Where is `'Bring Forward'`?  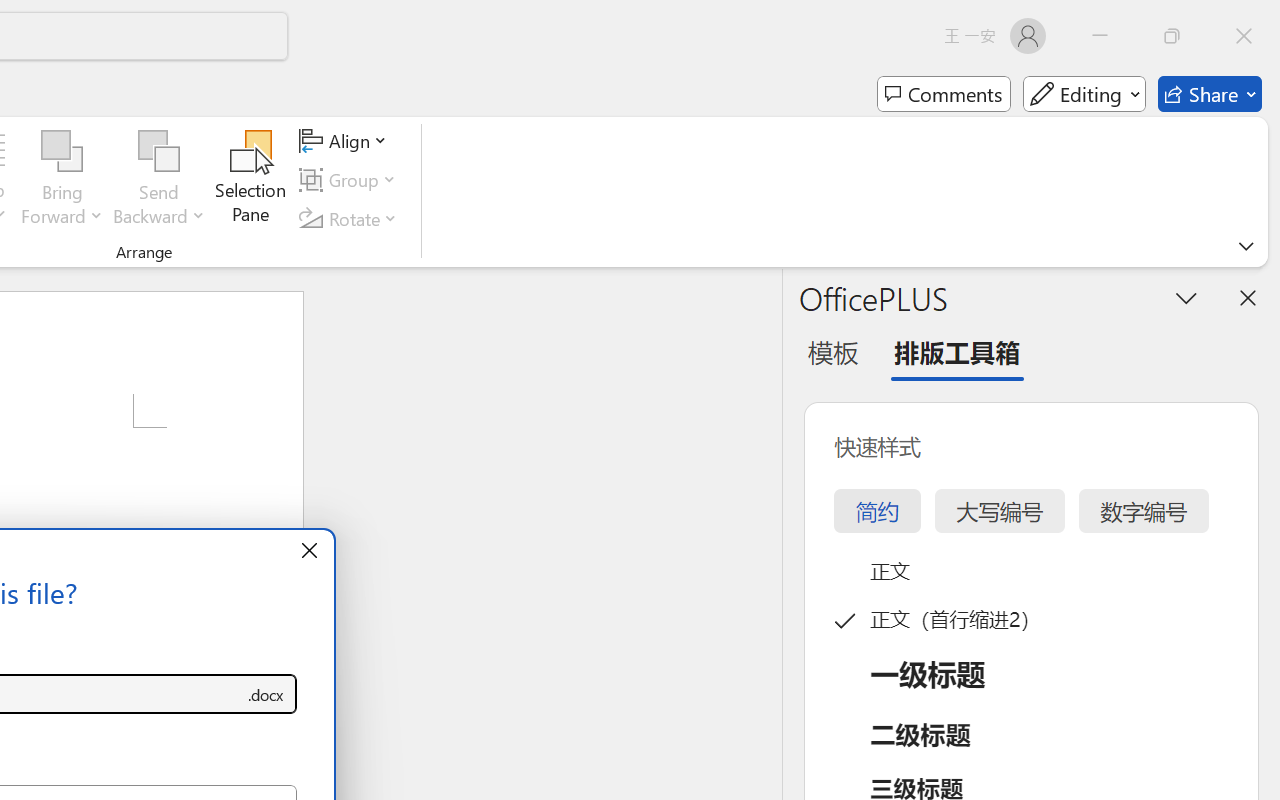 'Bring Forward' is located at coordinates (62, 179).